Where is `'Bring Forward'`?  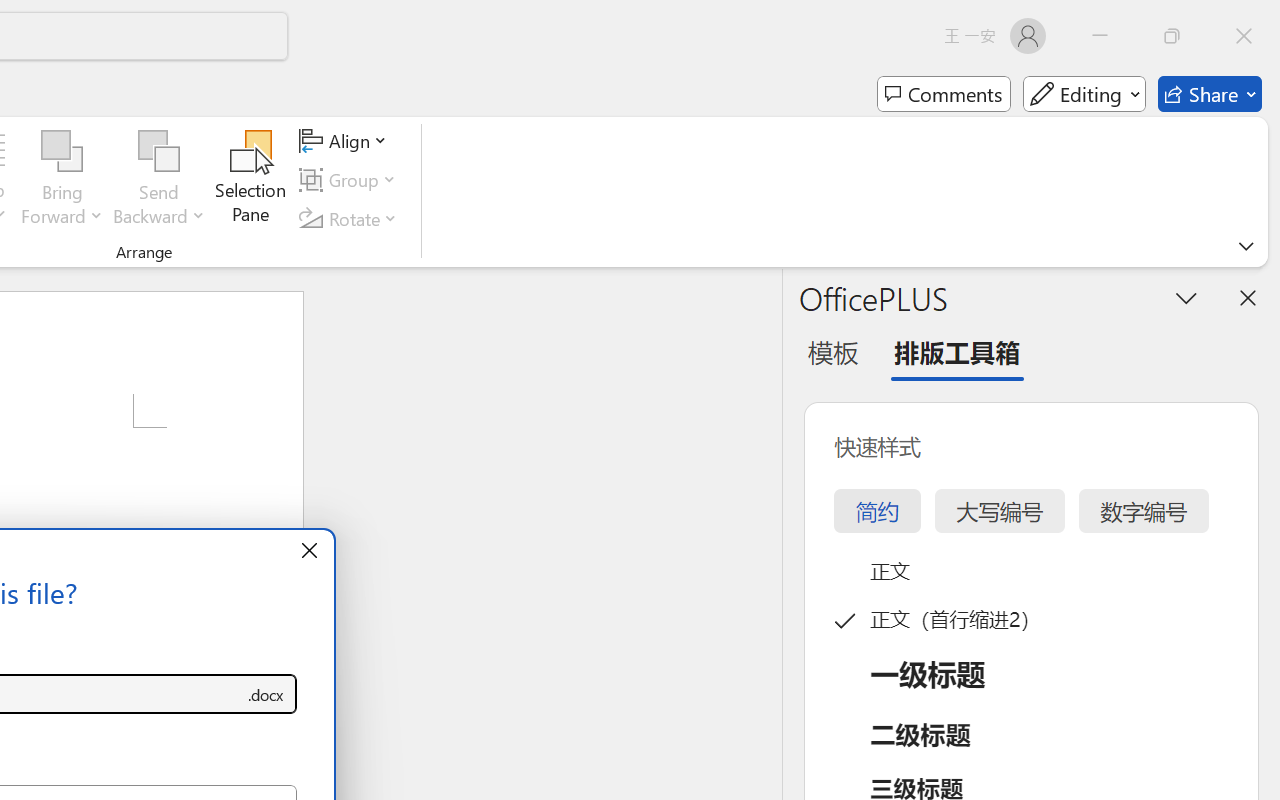 'Bring Forward' is located at coordinates (62, 179).